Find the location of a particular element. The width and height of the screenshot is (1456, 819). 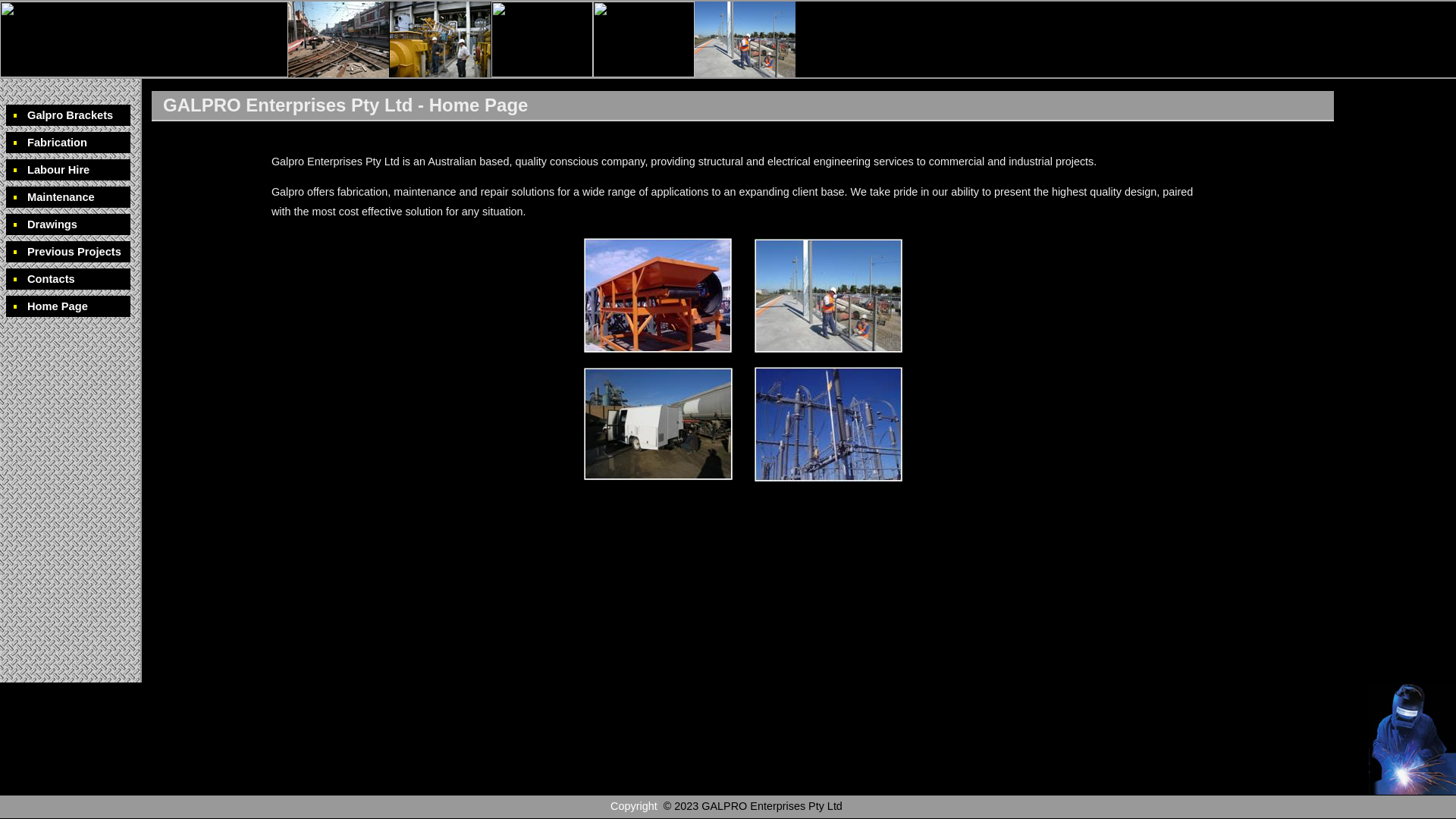

'Drawings' is located at coordinates (67, 224).